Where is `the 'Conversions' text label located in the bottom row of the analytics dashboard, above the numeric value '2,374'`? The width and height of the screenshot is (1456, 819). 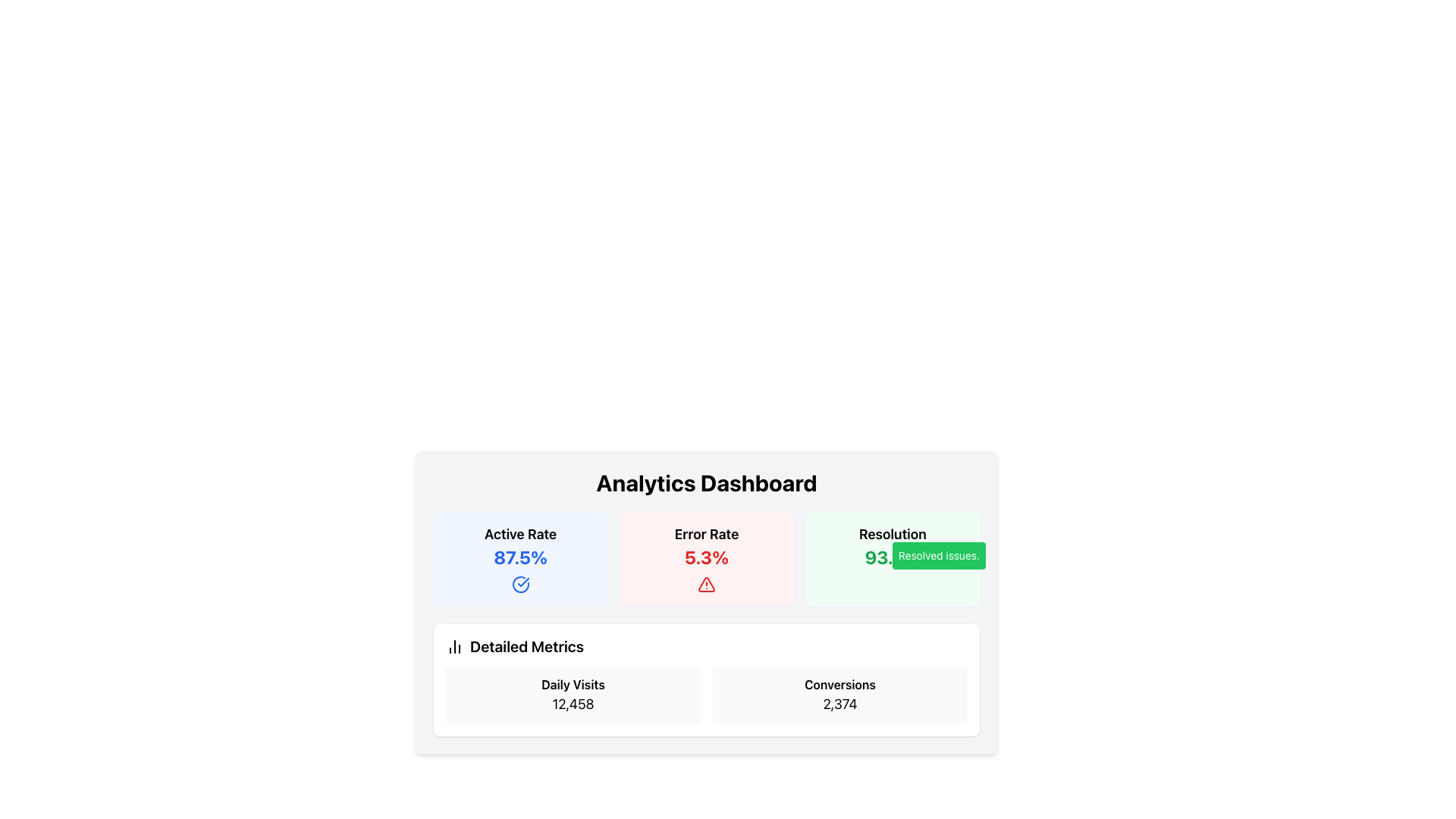
the 'Conversions' text label located in the bottom row of the analytics dashboard, above the numeric value '2,374' is located at coordinates (839, 684).